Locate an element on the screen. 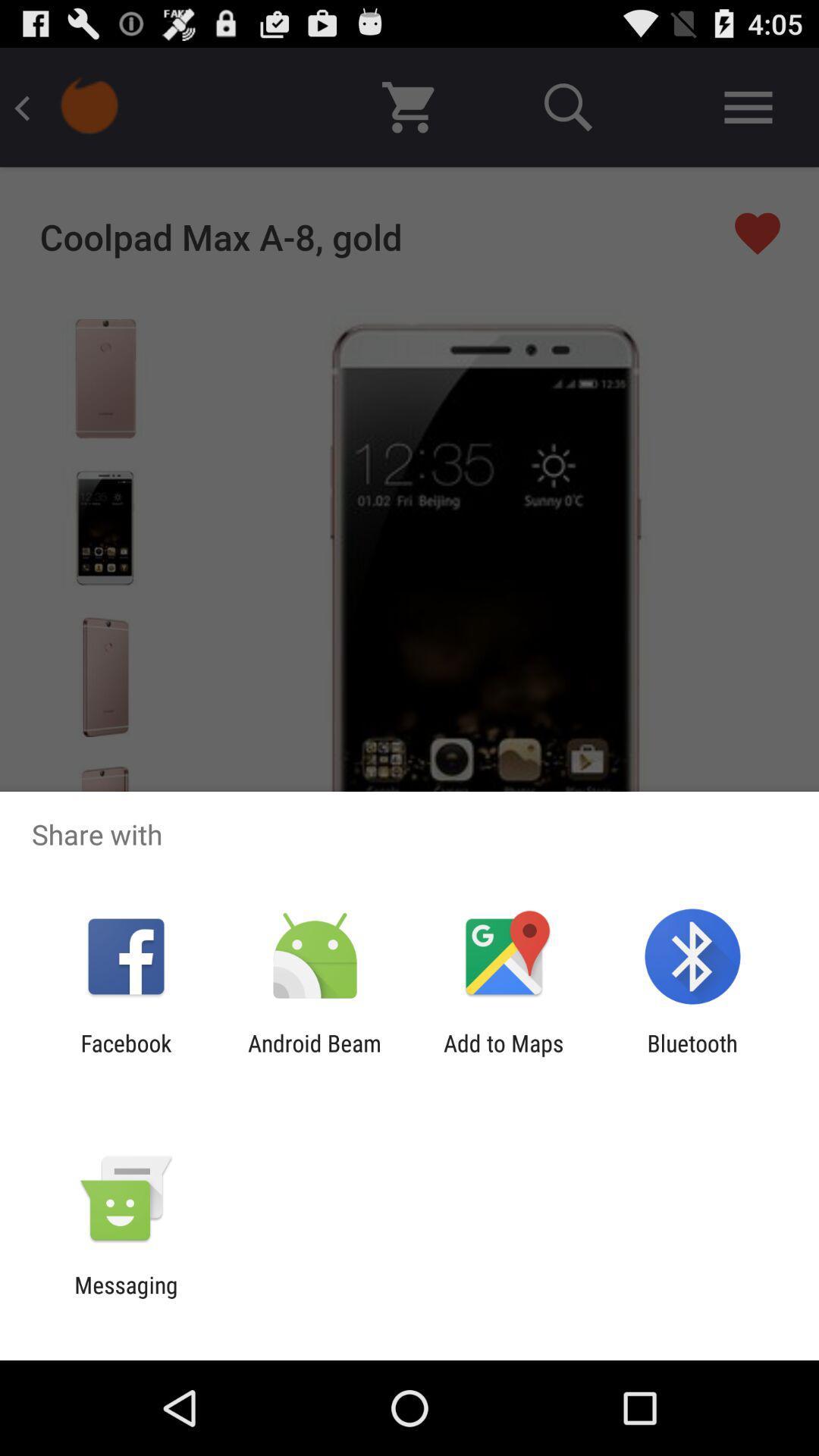 The image size is (819, 1456). android beam item is located at coordinates (314, 1056).